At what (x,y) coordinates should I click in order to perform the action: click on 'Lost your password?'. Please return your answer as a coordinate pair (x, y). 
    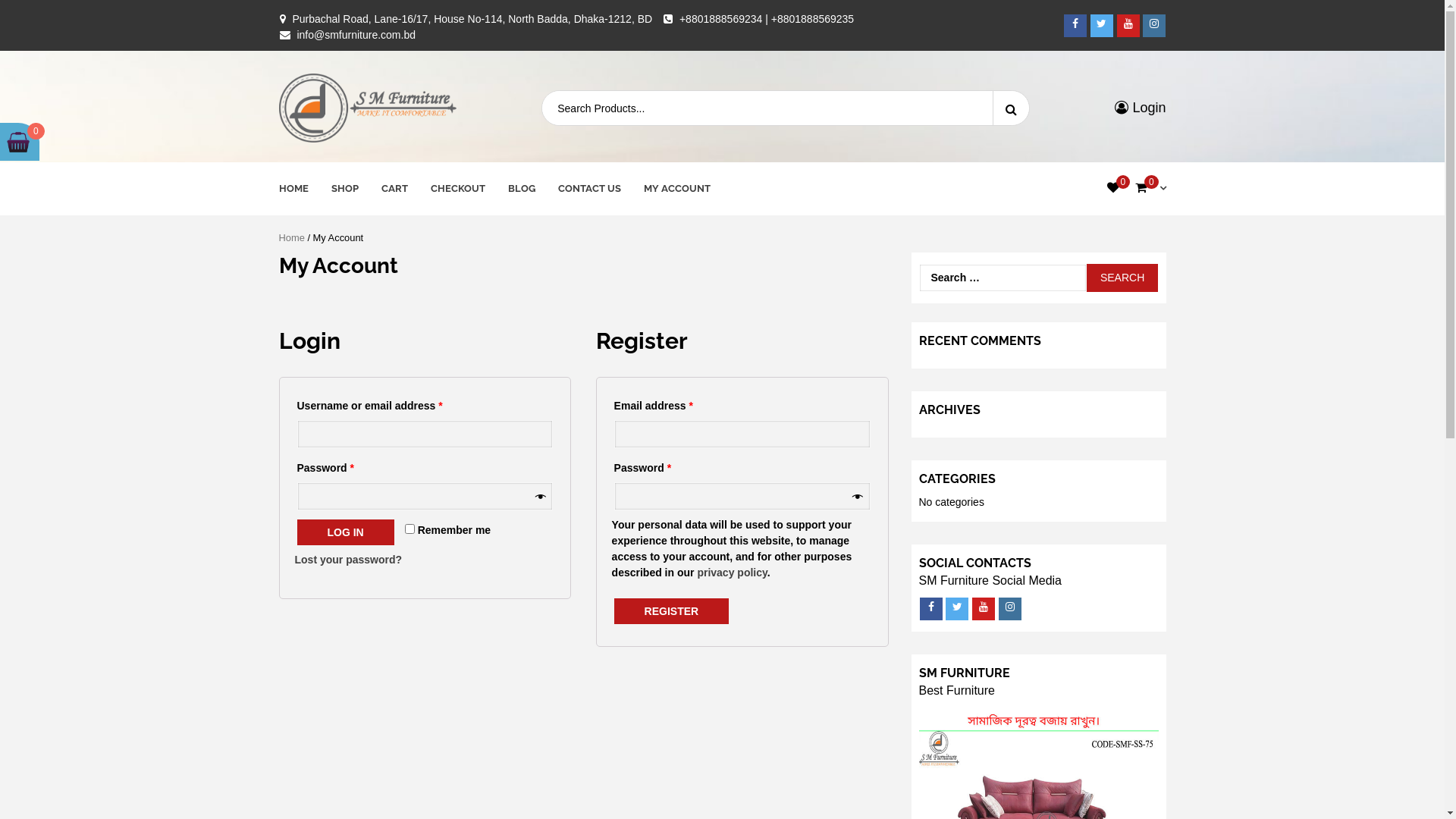
    Looking at the image, I should click on (347, 559).